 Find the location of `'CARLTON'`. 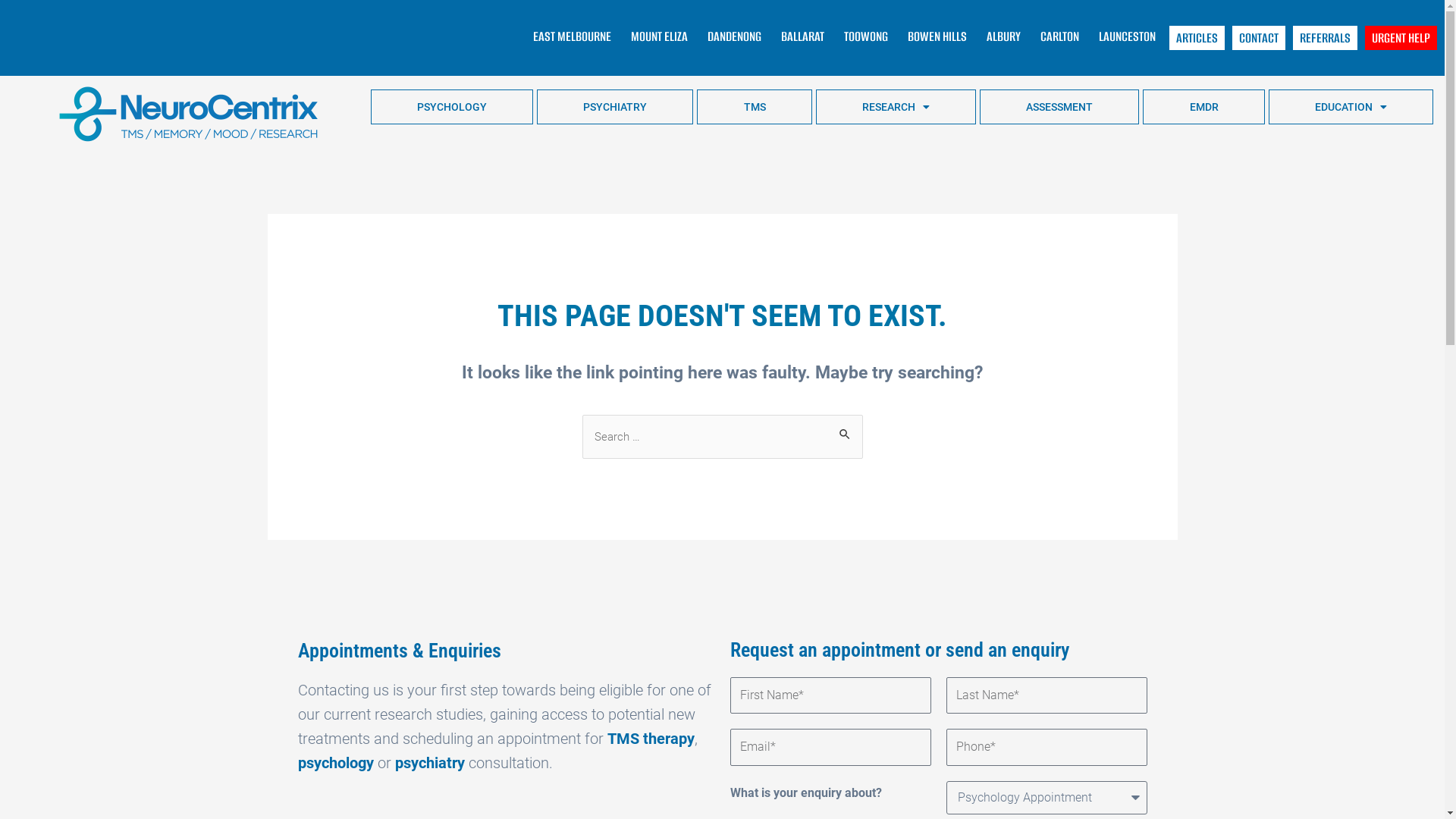

'CARLTON' is located at coordinates (1059, 35).